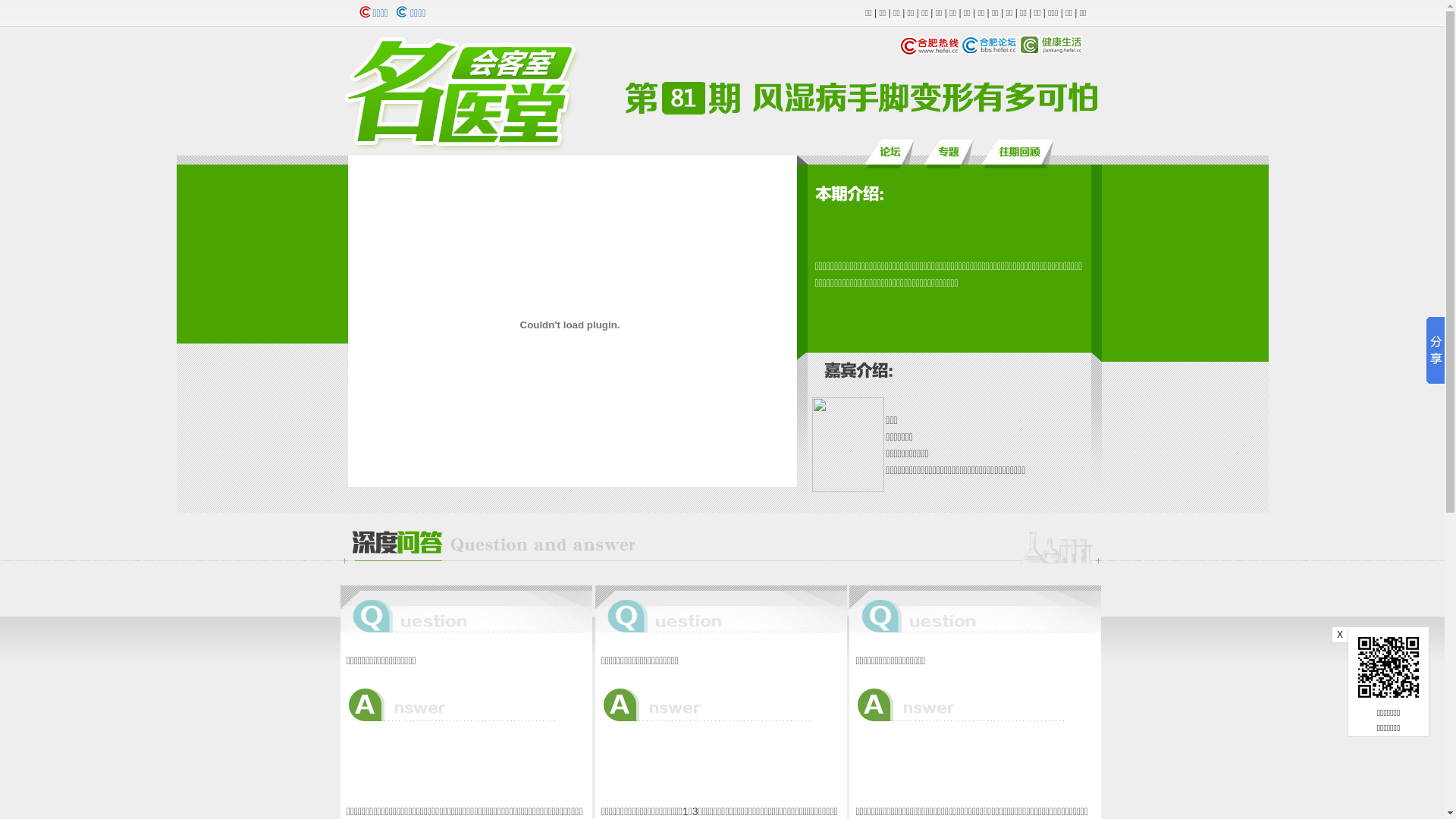 The image size is (1456, 819). Describe the element at coordinates (1331, 635) in the screenshot. I see `'X'` at that location.